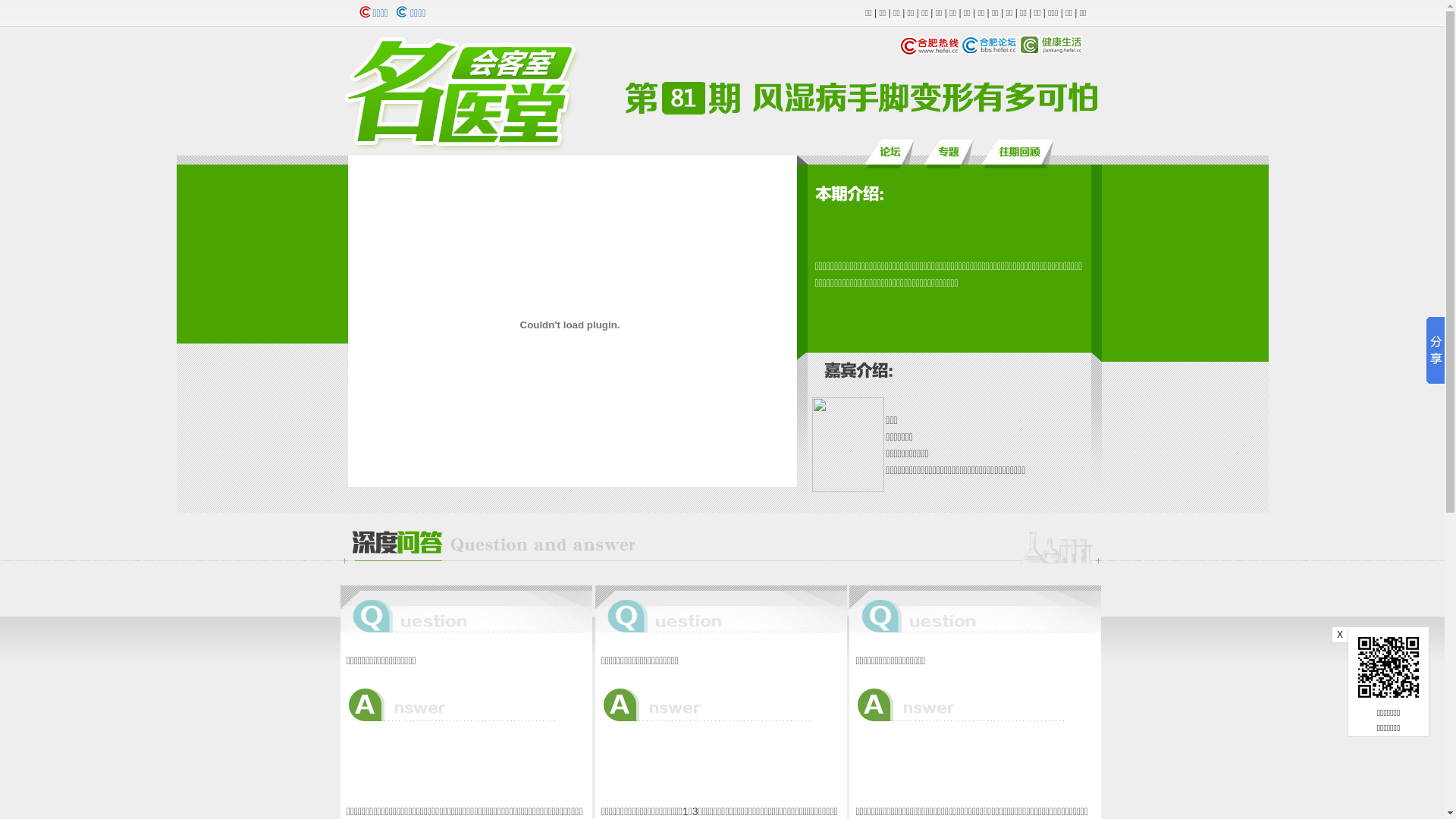 The image size is (1456, 819). Describe the element at coordinates (1331, 635) in the screenshot. I see `'X'` at that location.